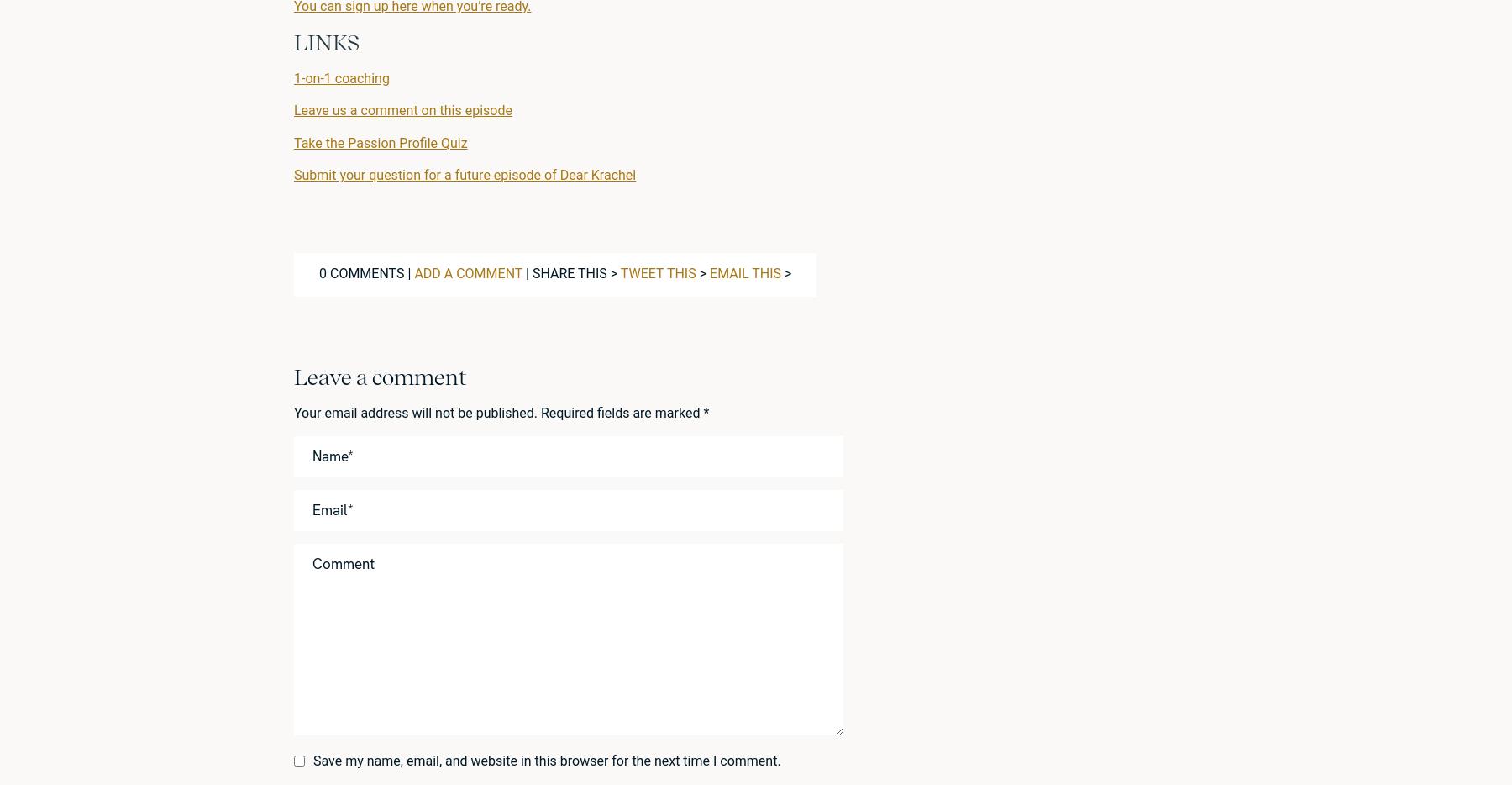  What do you see at coordinates (522, 272) in the screenshot?
I see `'| Share this		>'` at bounding box center [522, 272].